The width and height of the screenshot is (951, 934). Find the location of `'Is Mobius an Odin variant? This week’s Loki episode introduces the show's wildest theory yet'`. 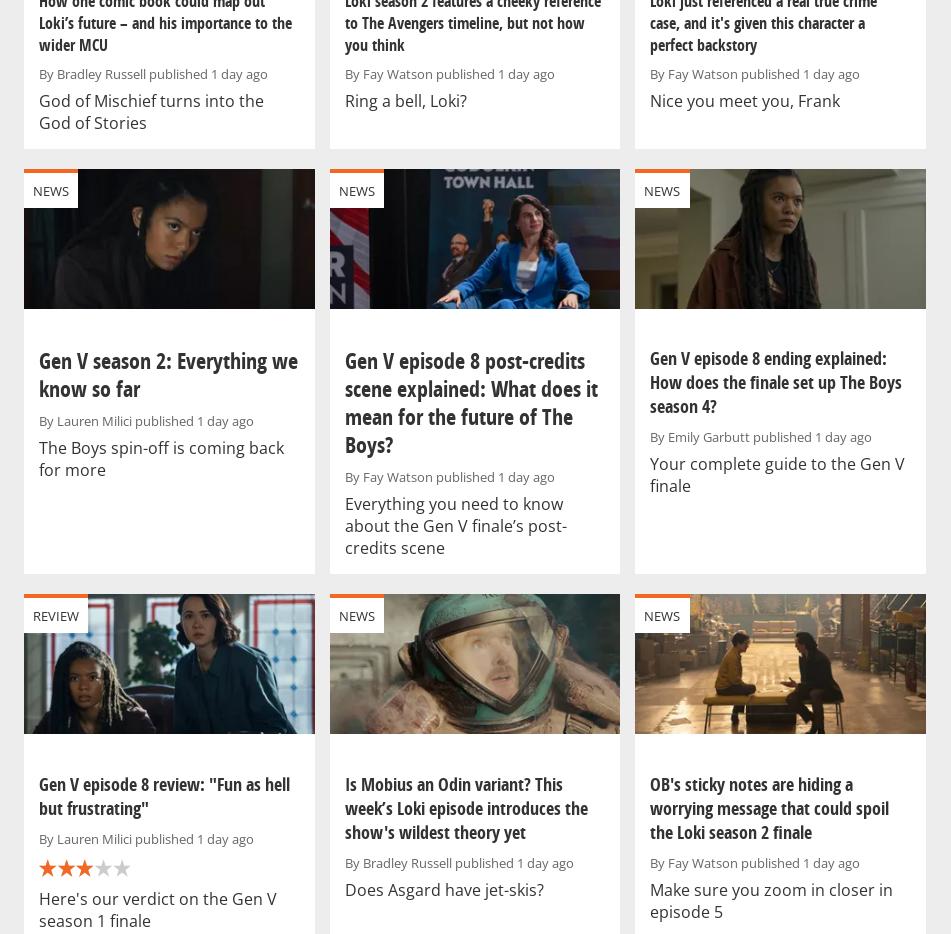

'Is Mobius an Odin variant? This week’s Loki episode introduces the show's wildest theory yet' is located at coordinates (465, 807).